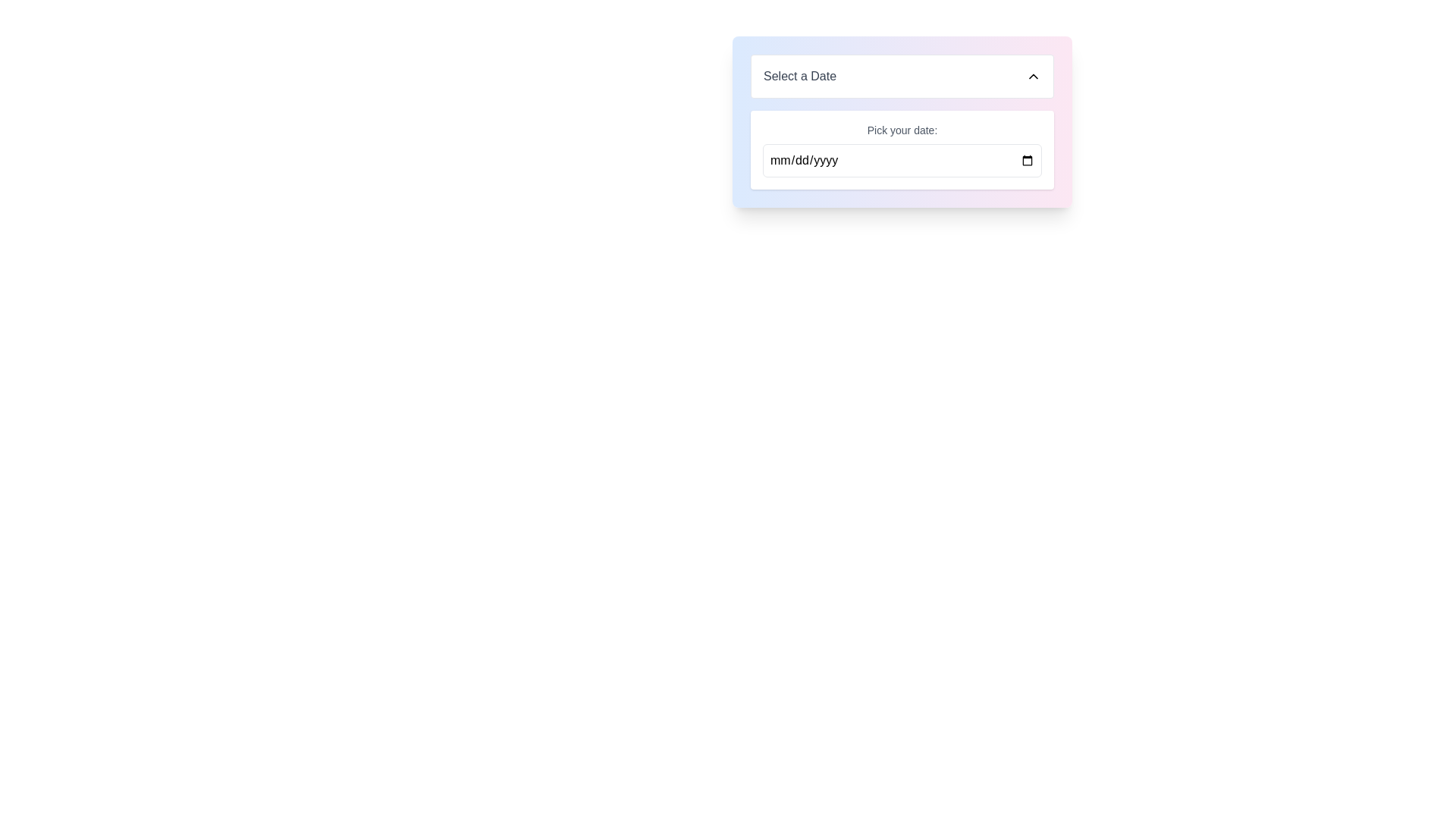  Describe the element at coordinates (902, 130) in the screenshot. I see `the label containing the text 'Pick your date:' which is styled in small gray text and positioned above a date picker input field` at that location.